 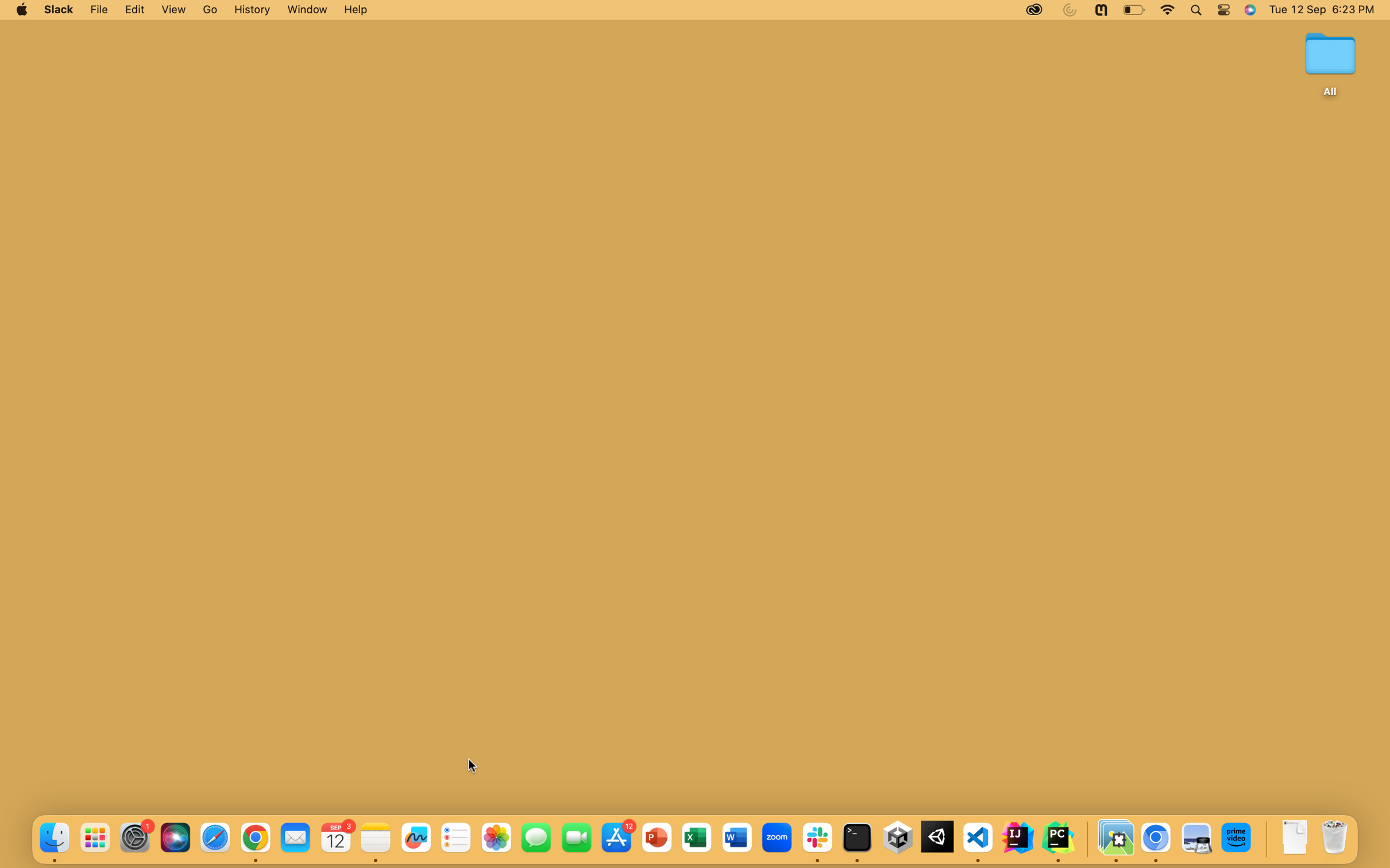 What do you see at coordinates (4472325, 139748) in the screenshot?
I see `Drag the specific folder and drop it into the recycle bin` at bounding box center [4472325, 139748].